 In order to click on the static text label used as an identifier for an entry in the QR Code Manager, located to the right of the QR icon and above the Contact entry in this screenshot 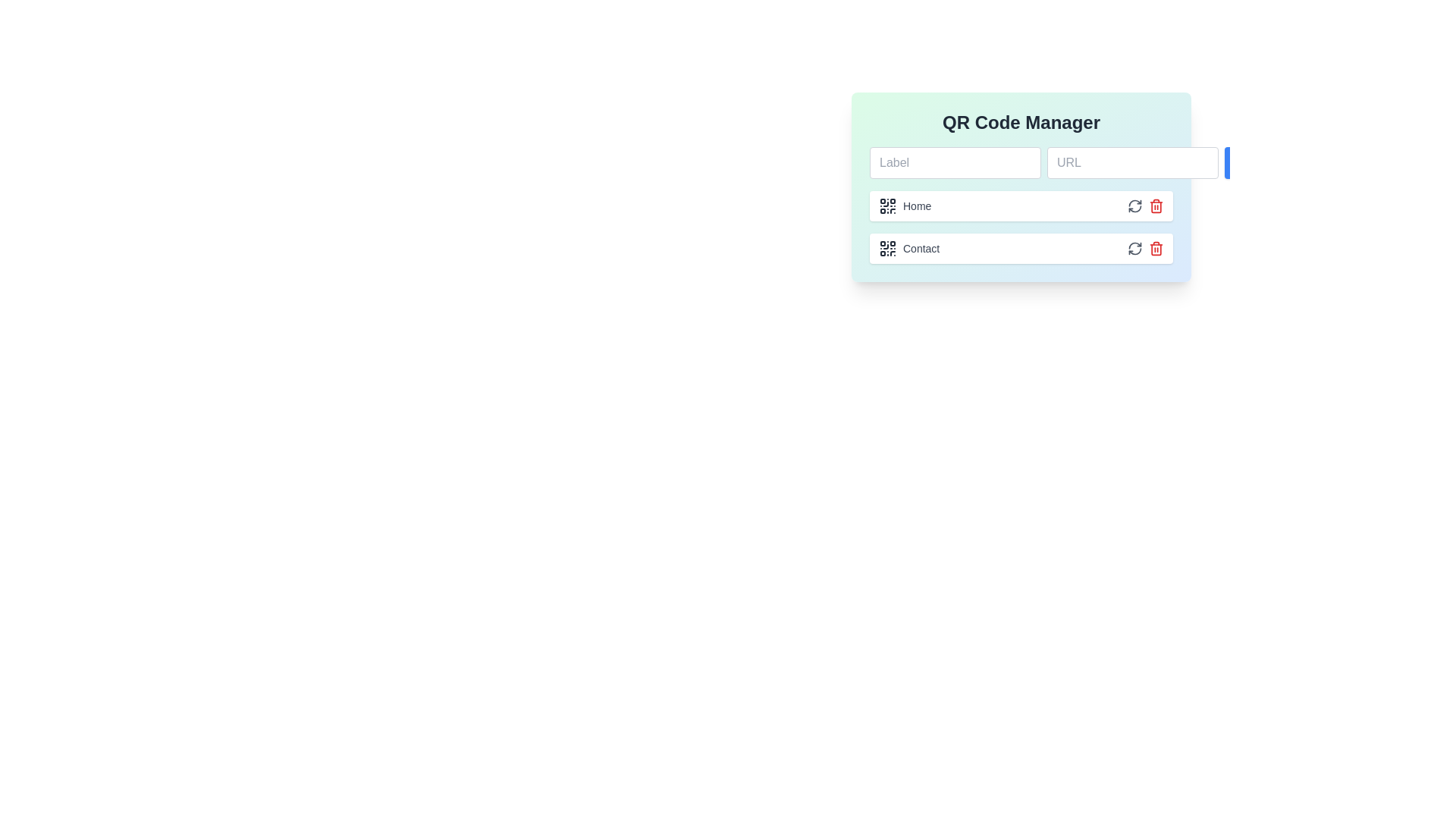, I will do `click(916, 206)`.